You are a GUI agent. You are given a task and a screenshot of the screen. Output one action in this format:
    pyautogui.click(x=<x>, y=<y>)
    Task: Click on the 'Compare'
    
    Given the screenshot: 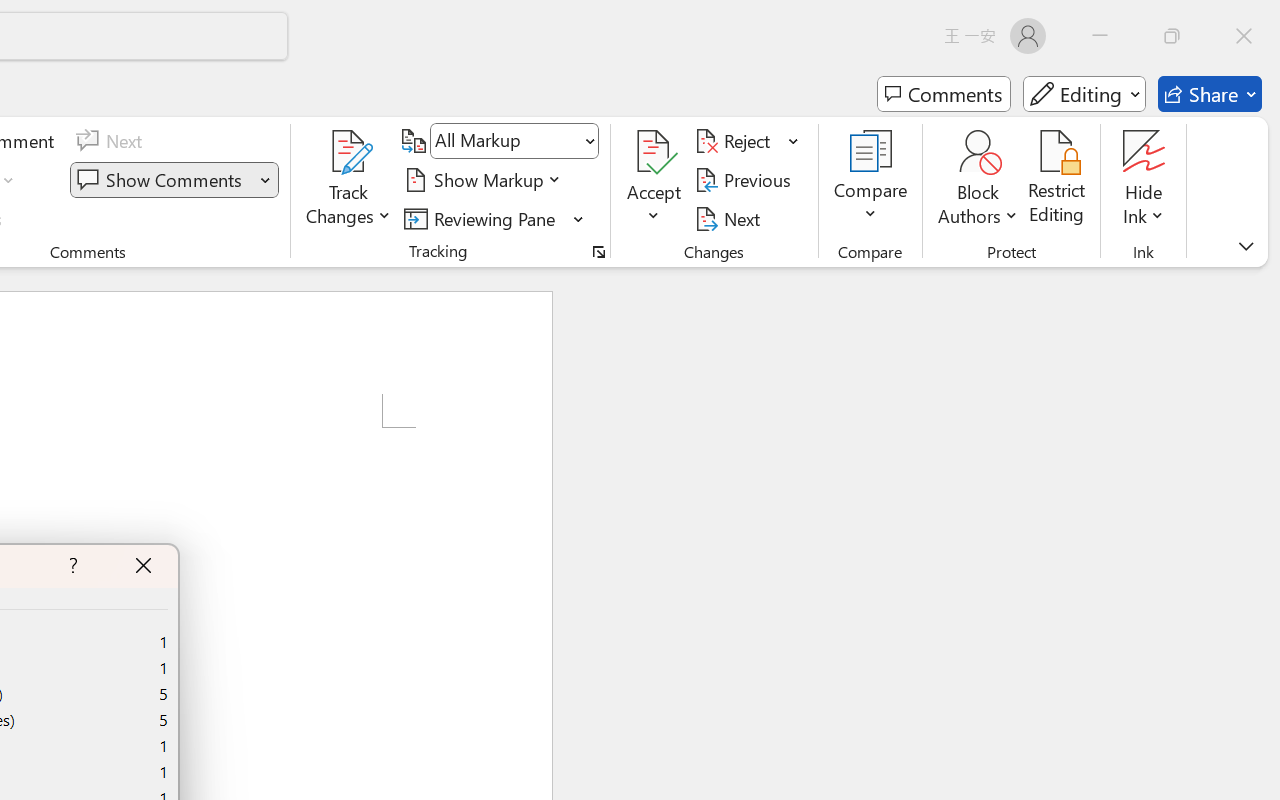 What is the action you would take?
    pyautogui.click(x=871, y=179)
    